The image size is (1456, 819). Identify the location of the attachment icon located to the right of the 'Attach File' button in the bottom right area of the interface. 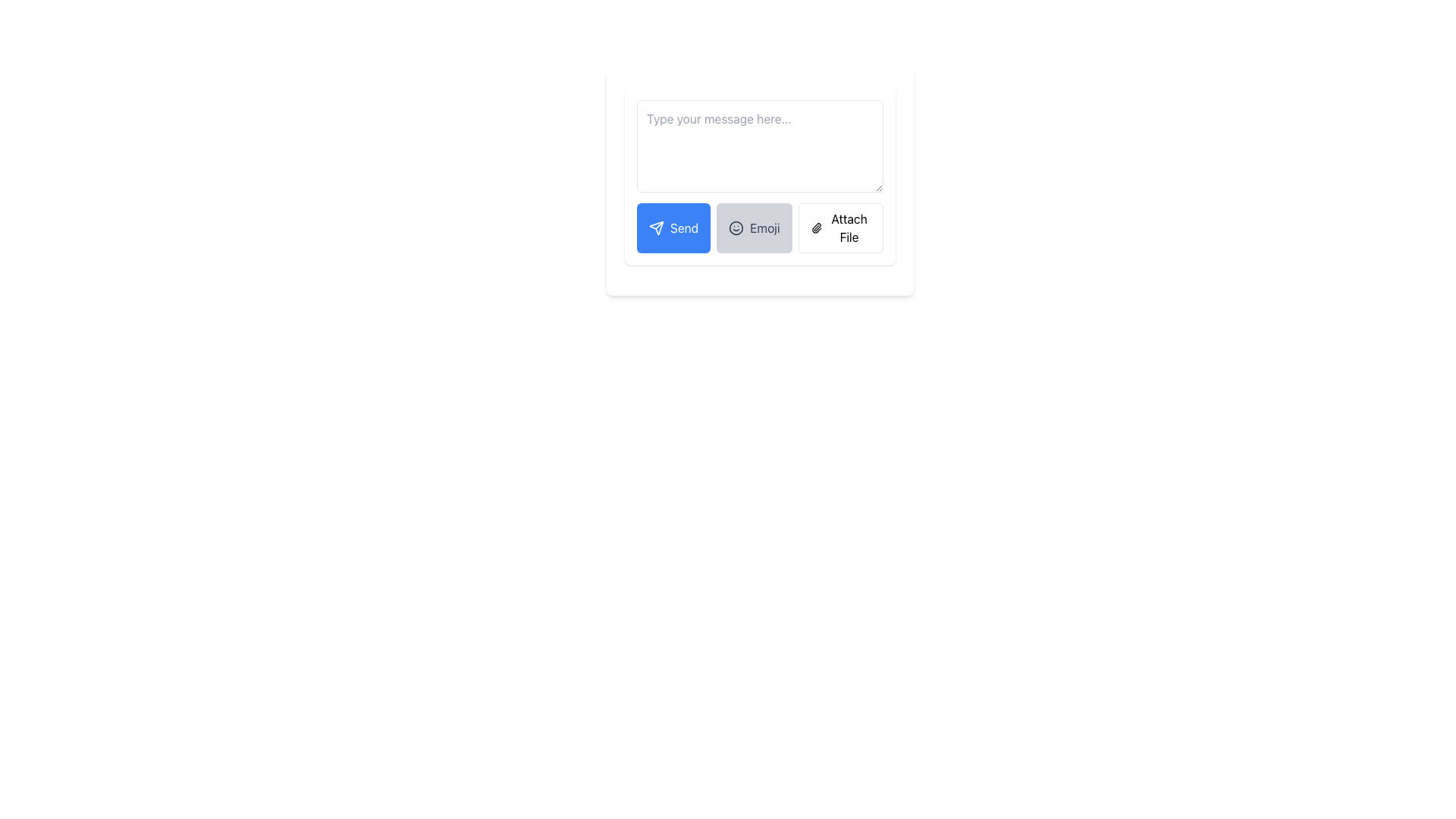
(815, 227).